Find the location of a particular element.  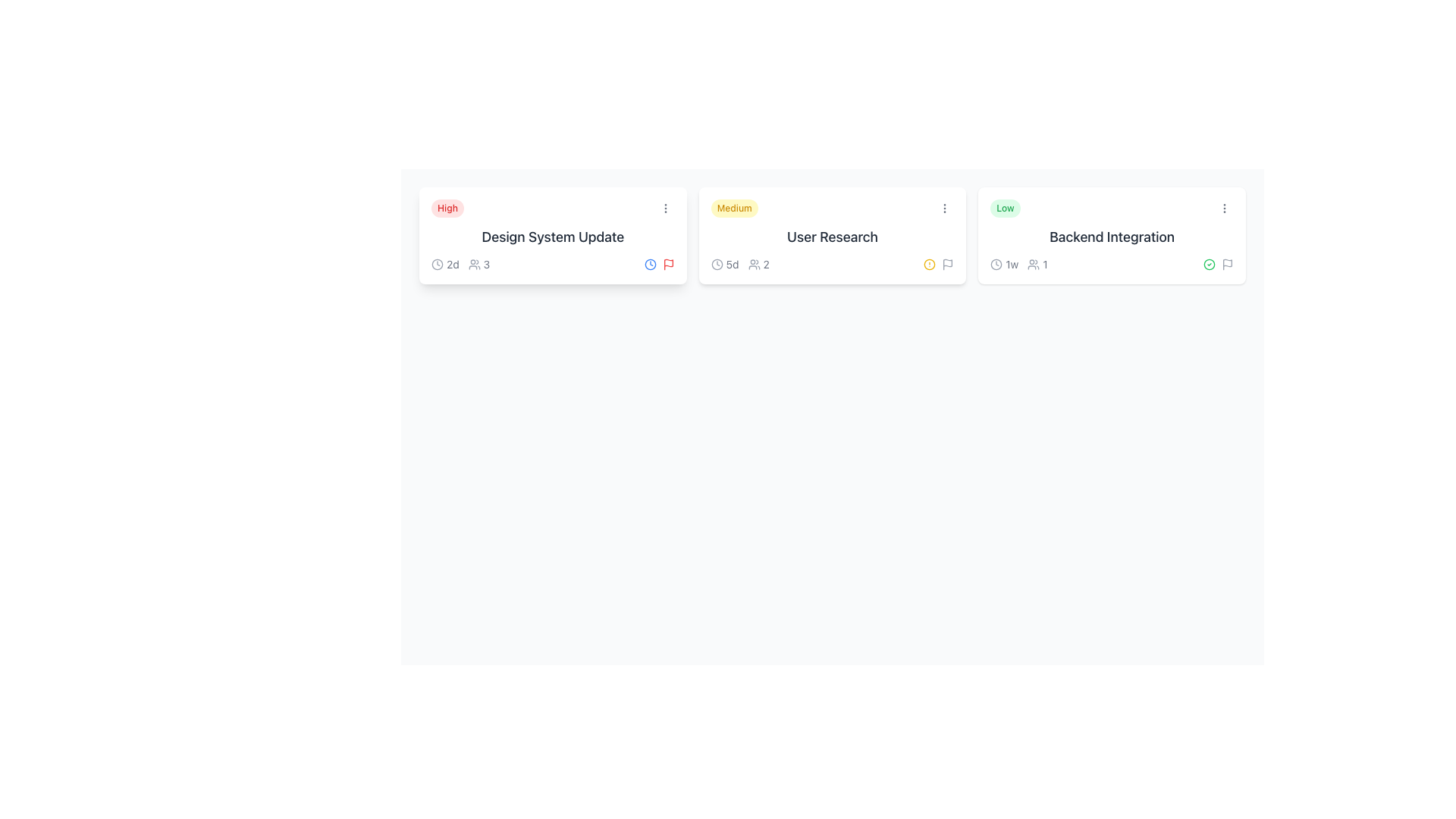

the clock icon with the text '1w' located at the top-right corner of the 'Backend Integration' card is located at coordinates (1004, 263).